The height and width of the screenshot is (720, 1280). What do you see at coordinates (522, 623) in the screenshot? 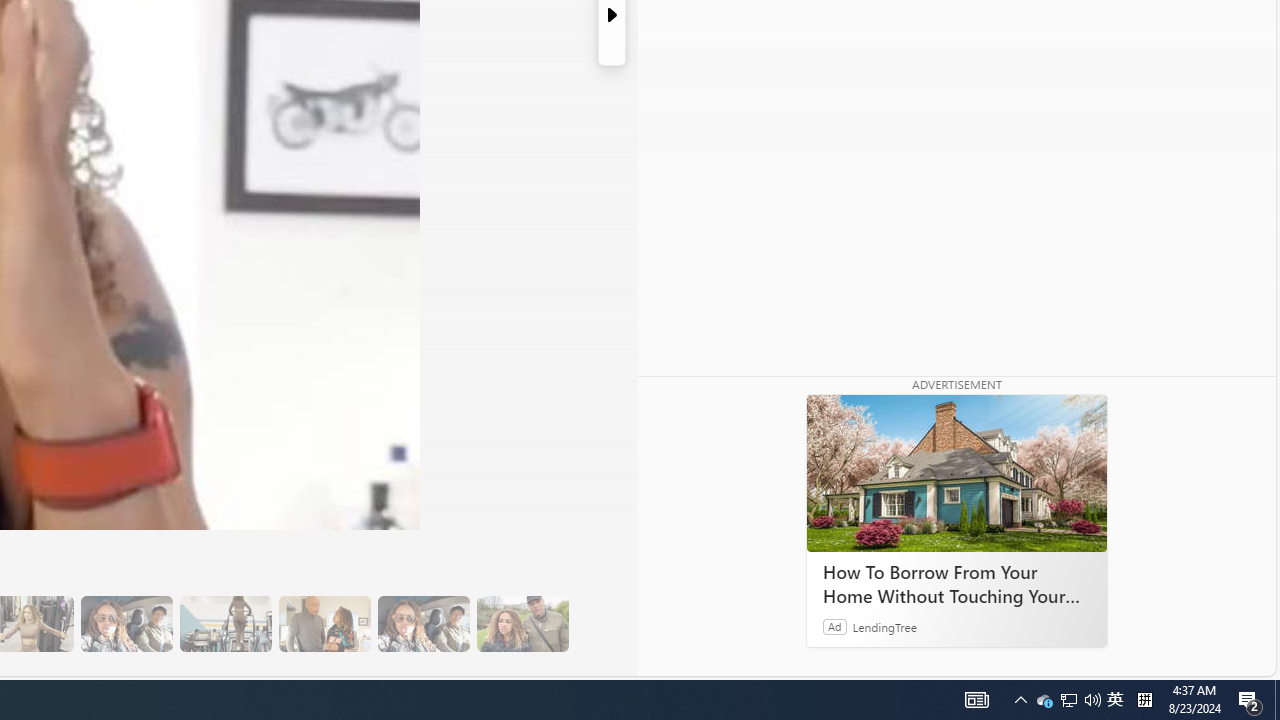
I see `'20 Overall, It Will Improve Your Health'` at bounding box center [522, 623].